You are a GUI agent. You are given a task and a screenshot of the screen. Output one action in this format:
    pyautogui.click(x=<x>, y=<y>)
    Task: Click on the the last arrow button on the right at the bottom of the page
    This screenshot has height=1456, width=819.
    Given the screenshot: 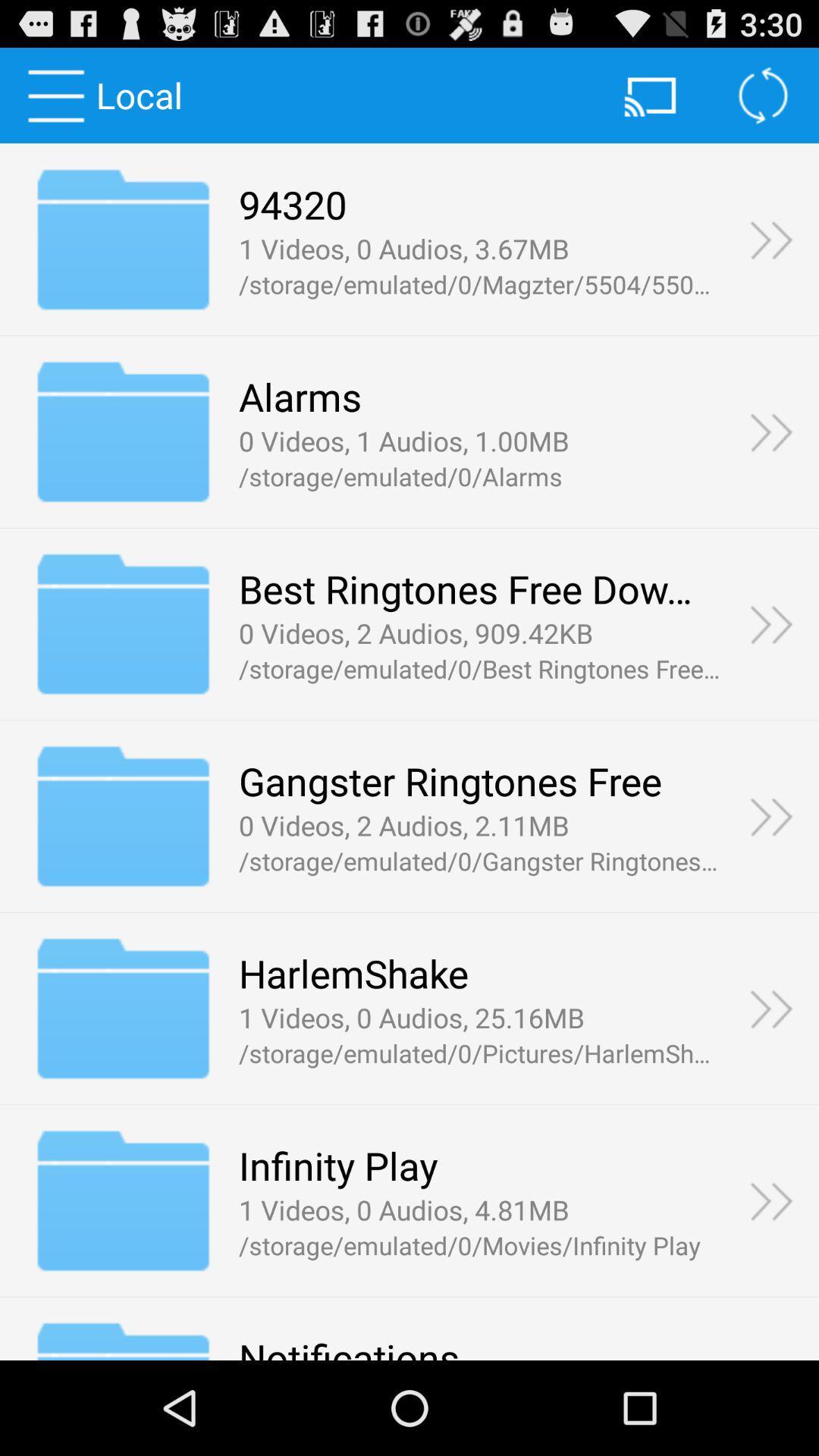 What is the action you would take?
    pyautogui.click(x=771, y=1200)
    